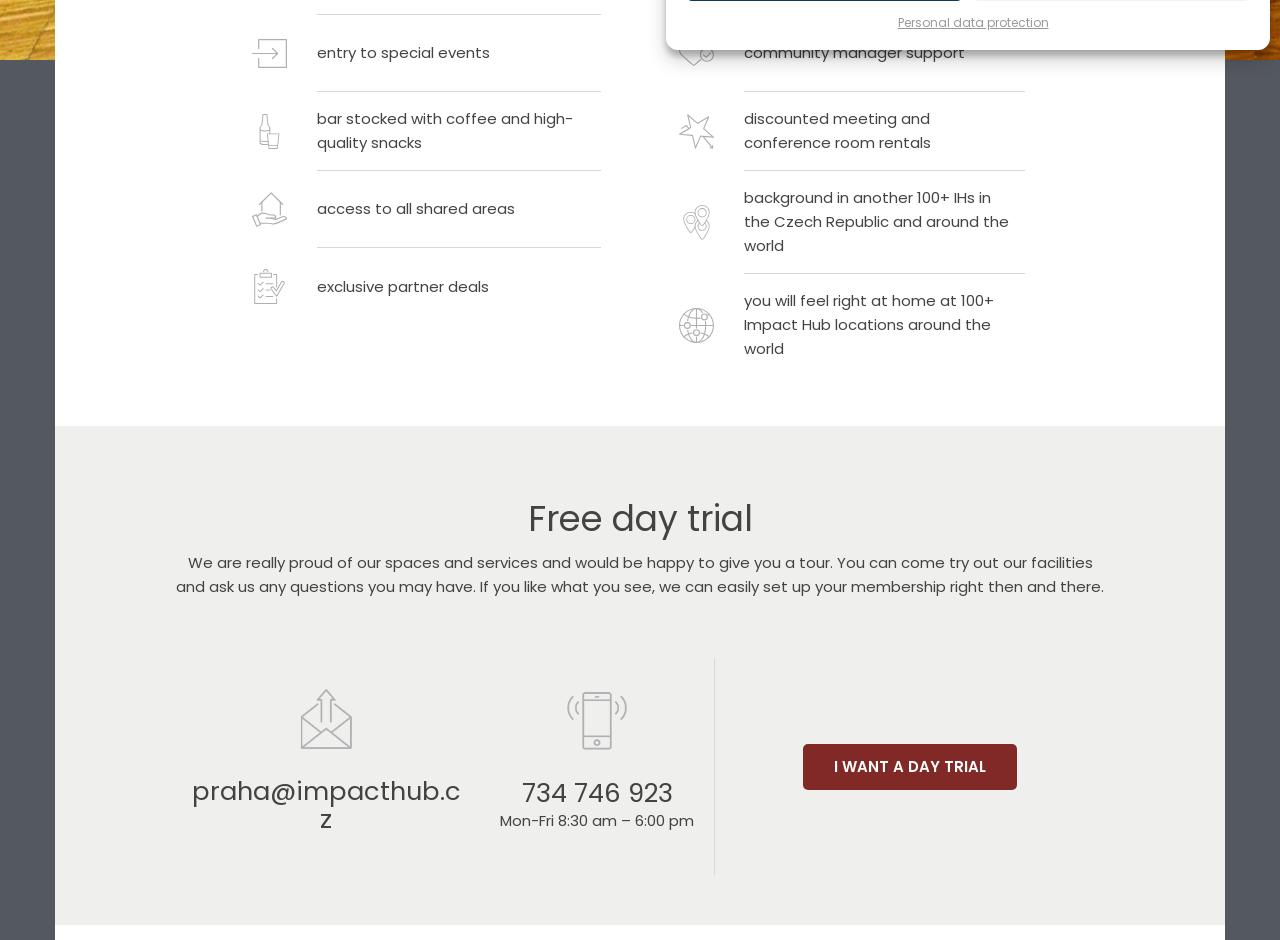 The width and height of the screenshot is (1280, 940). What do you see at coordinates (444, 129) in the screenshot?
I see `'bar stocked with coffee and high-quality snacks'` at bounding box center [444, 129].